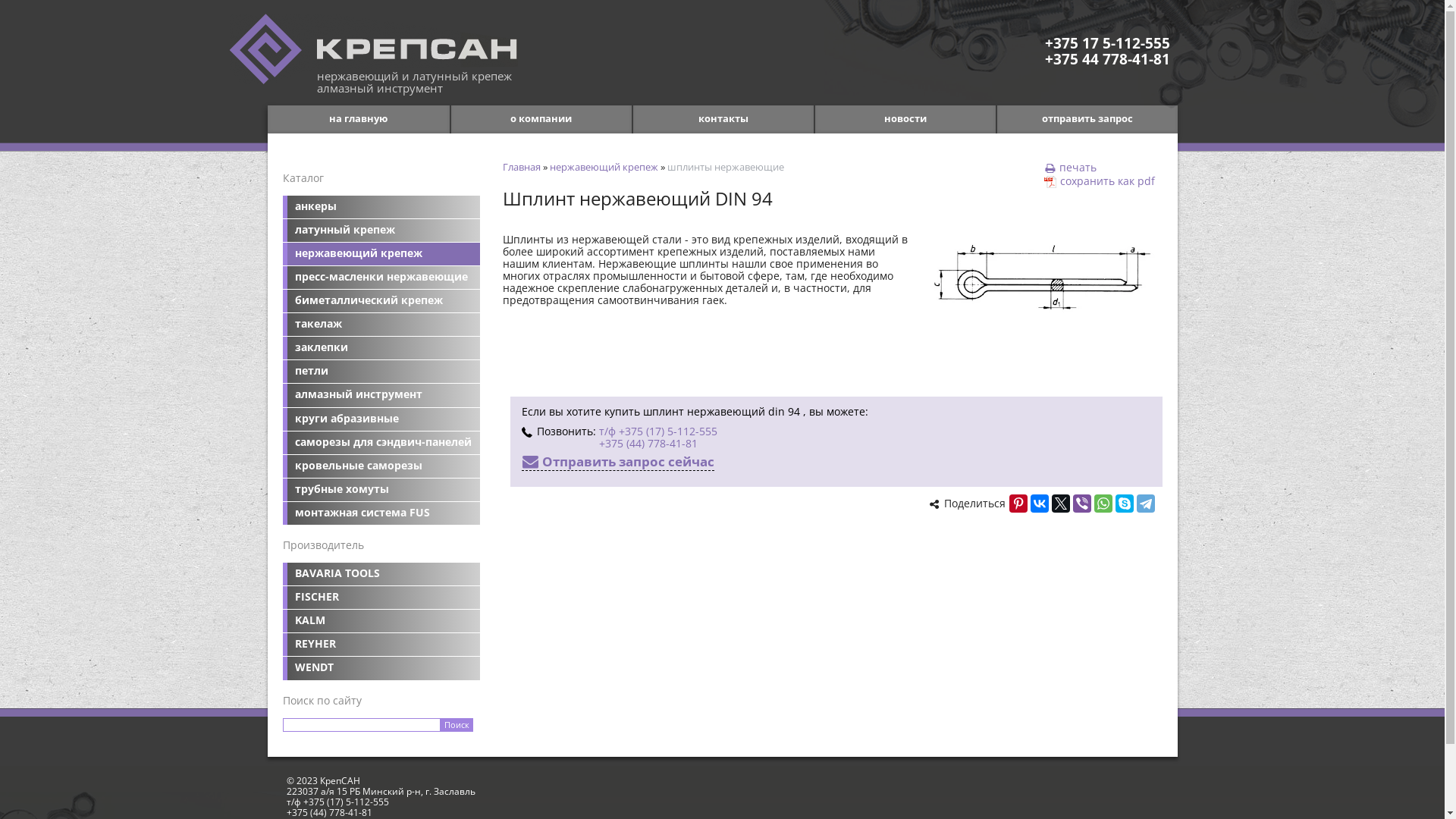 This screenshot has width=1456, height=819. Describe the element at coordinates (1114, 503) in the screenshot. I see `'Skype'` at that location.